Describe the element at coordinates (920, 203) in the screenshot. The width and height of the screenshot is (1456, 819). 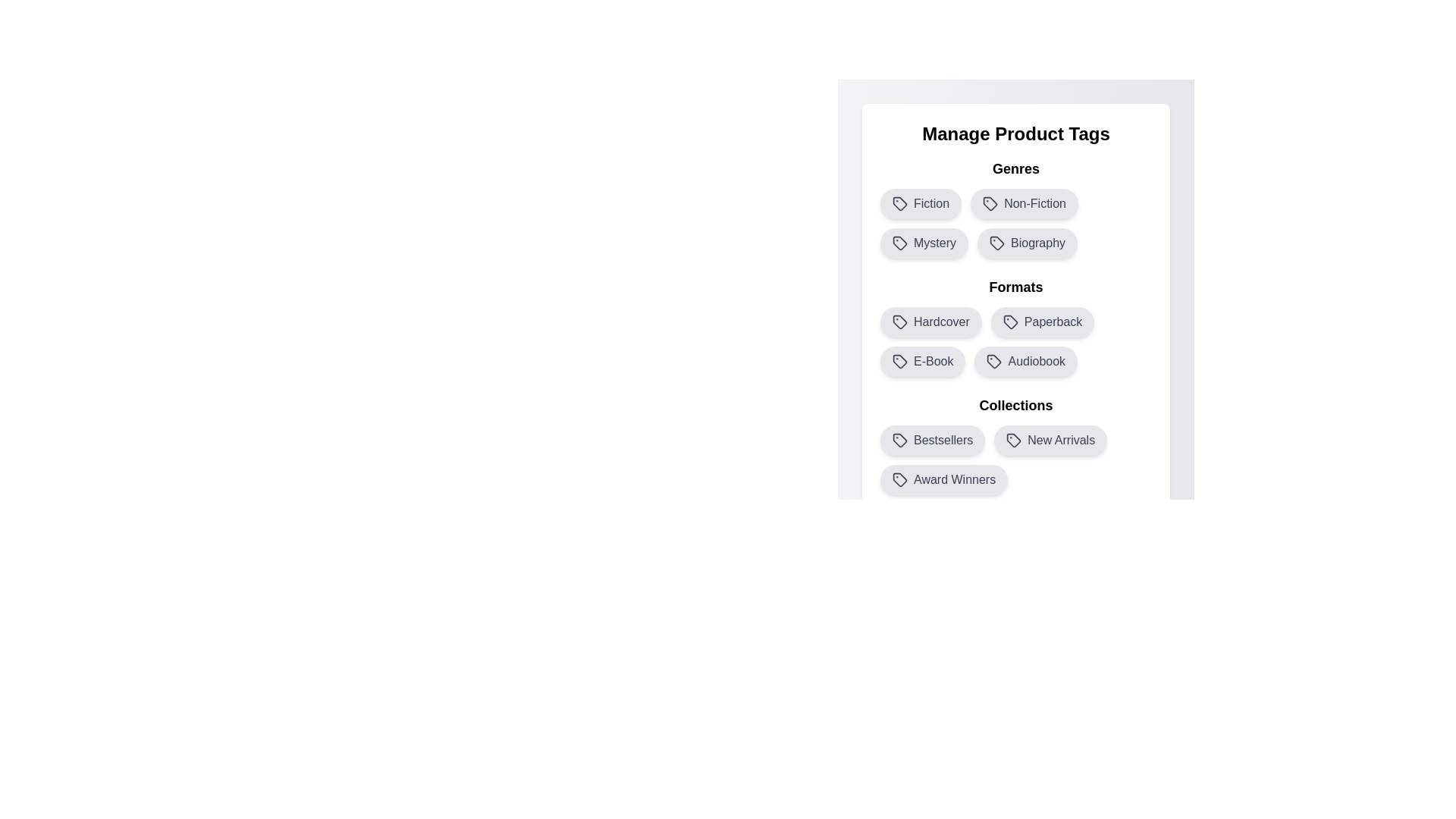
I see `the 'Fiction' button` at that location.